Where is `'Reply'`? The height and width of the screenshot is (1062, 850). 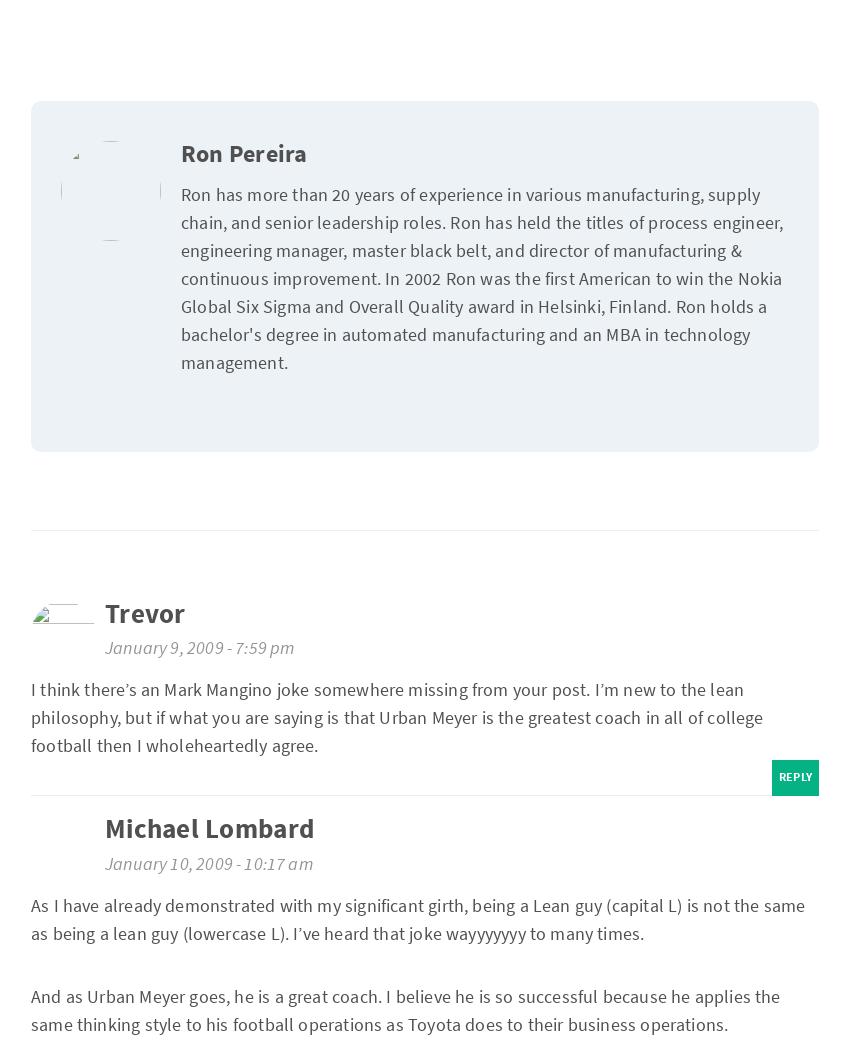 'Reply' is located at coordinates (794, 777).